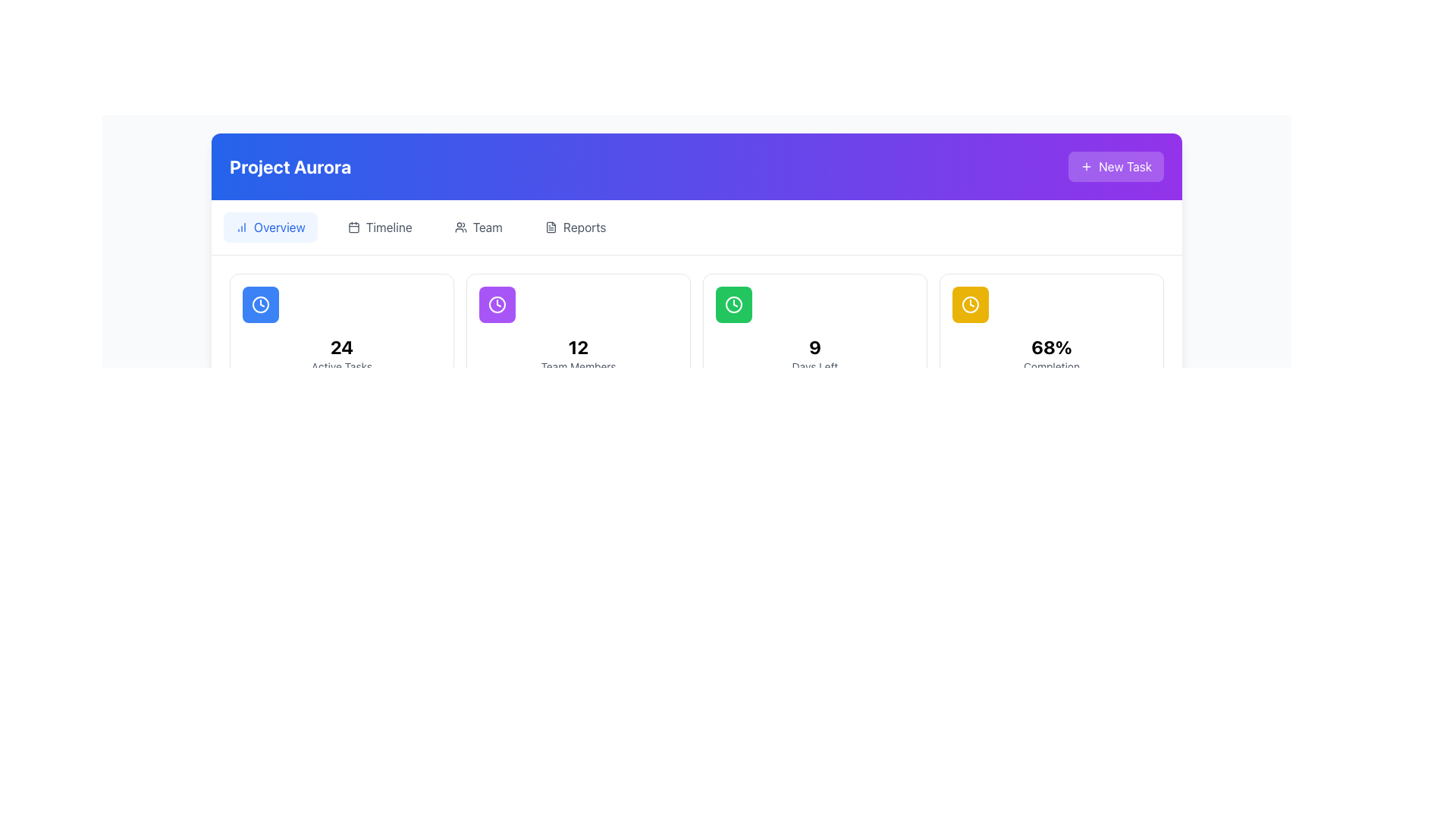 This screenshot has height=819, width=1456. Describe the element at coordinates (734, 304) in the screenshot. I see `central circular portion of the clock icon in the dashboard, which is the third icon in a row of four, to gather interaction details` at that location.